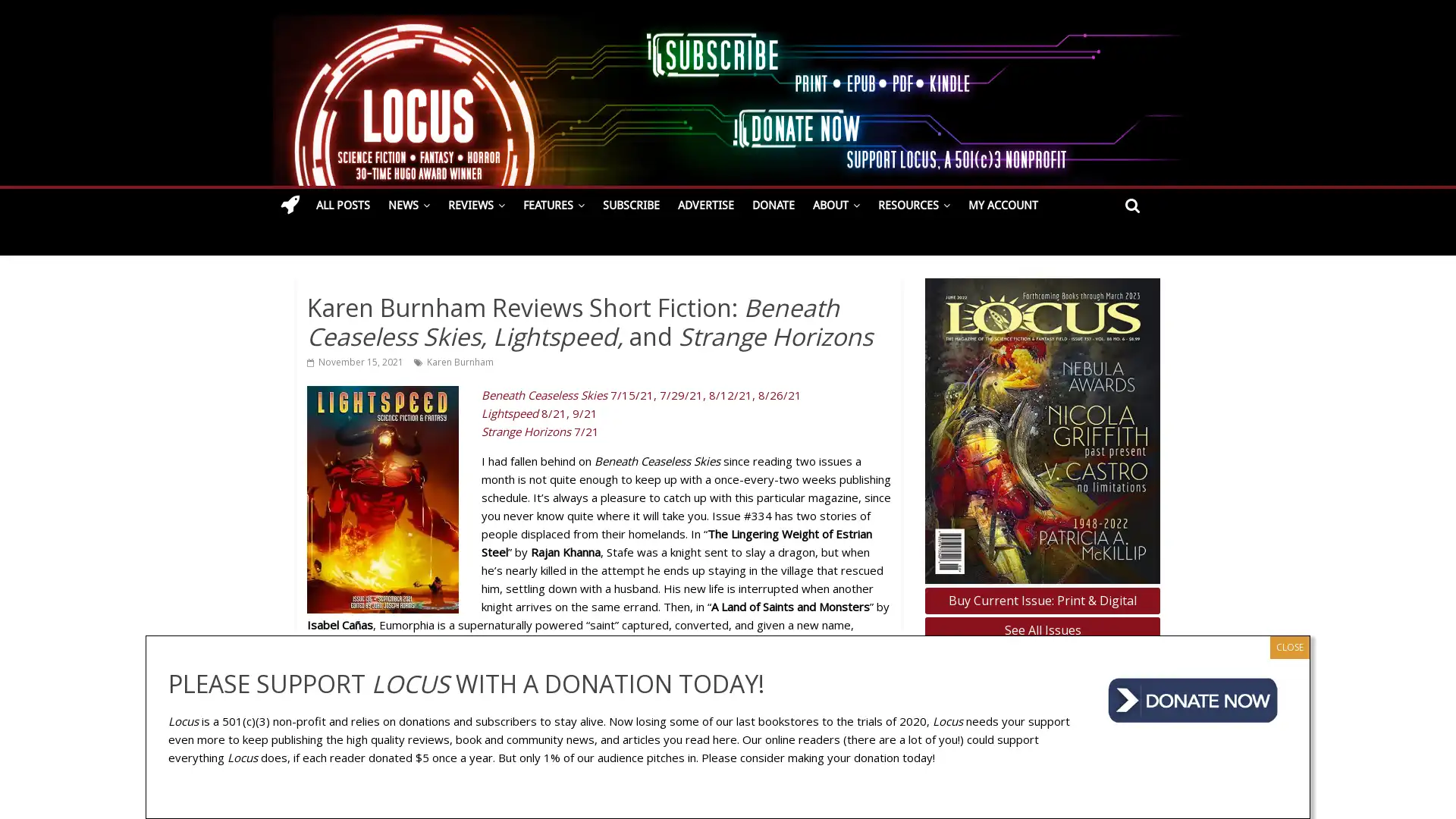  Describe the element at coordinates (1041, 630) in the screenshot. I see `See All Issues` at that location.